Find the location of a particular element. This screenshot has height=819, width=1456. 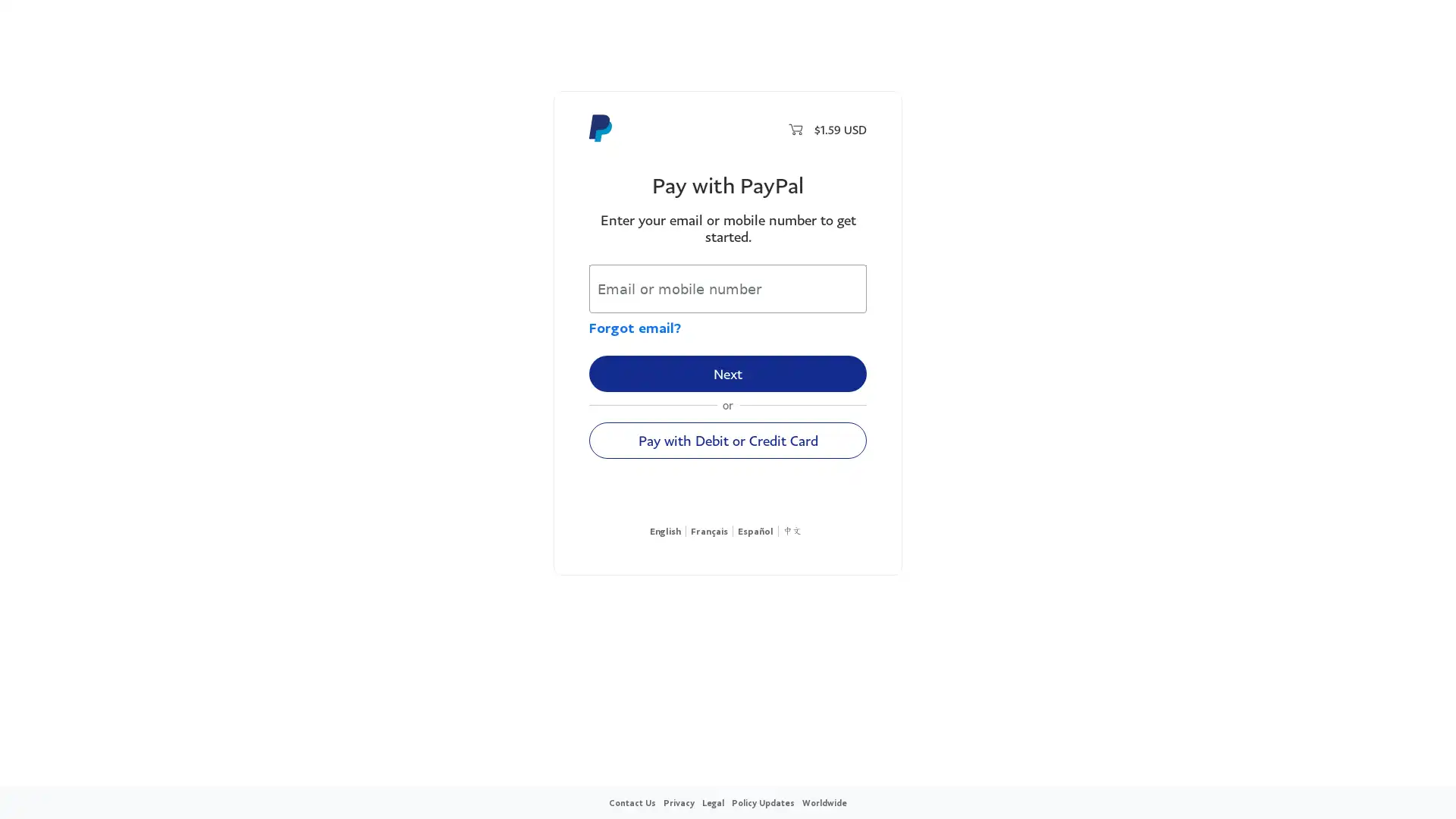

Next is located at coordinates (728, 374).